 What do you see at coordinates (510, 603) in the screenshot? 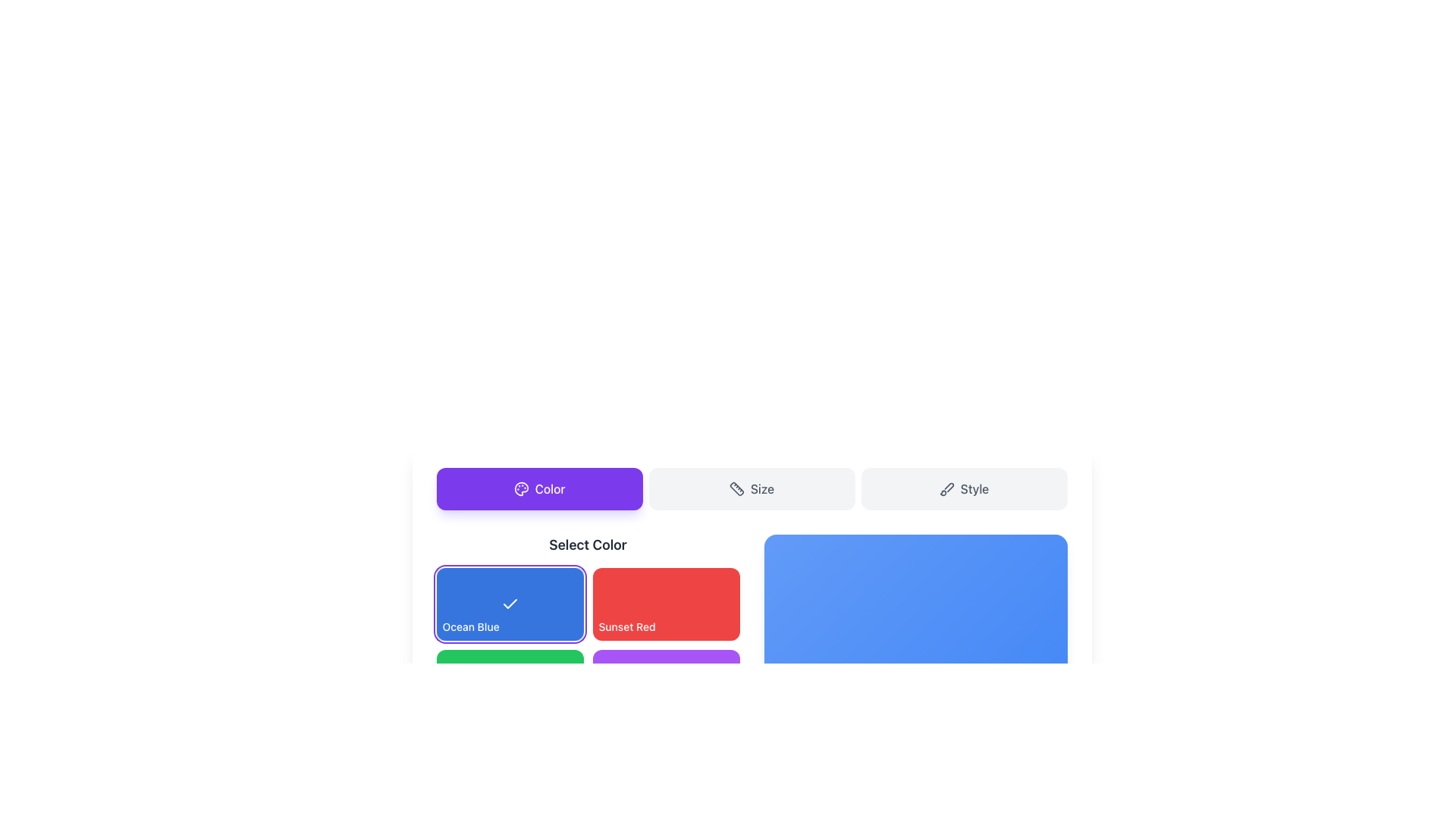
I see `the small checkmark-shaped vector graphic with a white stroke located inside the blue rectangle labeled 'Ocean Blue', which is part of the color selection grid` at bounding box center [510, 603].